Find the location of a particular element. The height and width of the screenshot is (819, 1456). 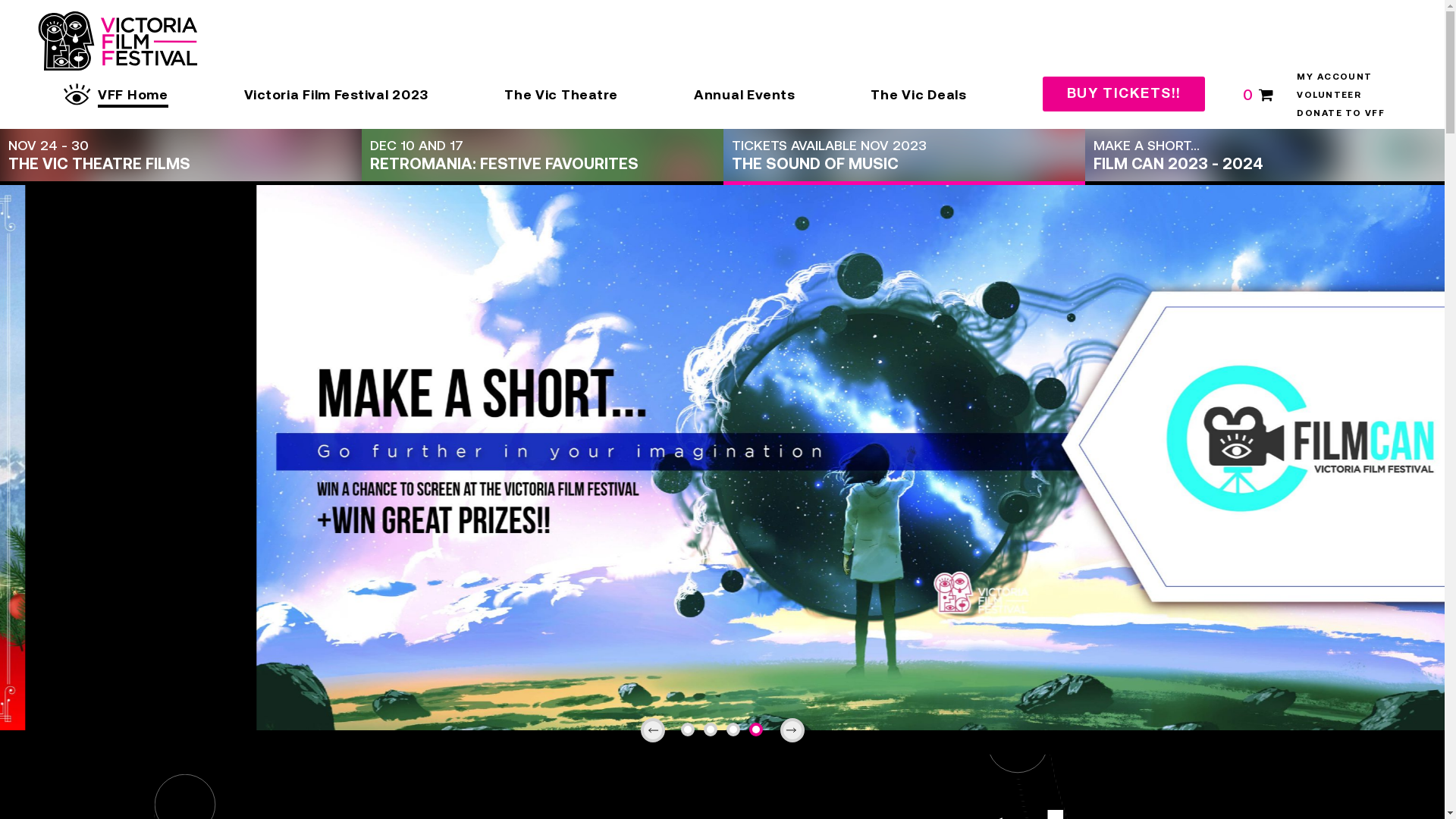

'VOLUNTEER' is located at coordinates (1295, 93).